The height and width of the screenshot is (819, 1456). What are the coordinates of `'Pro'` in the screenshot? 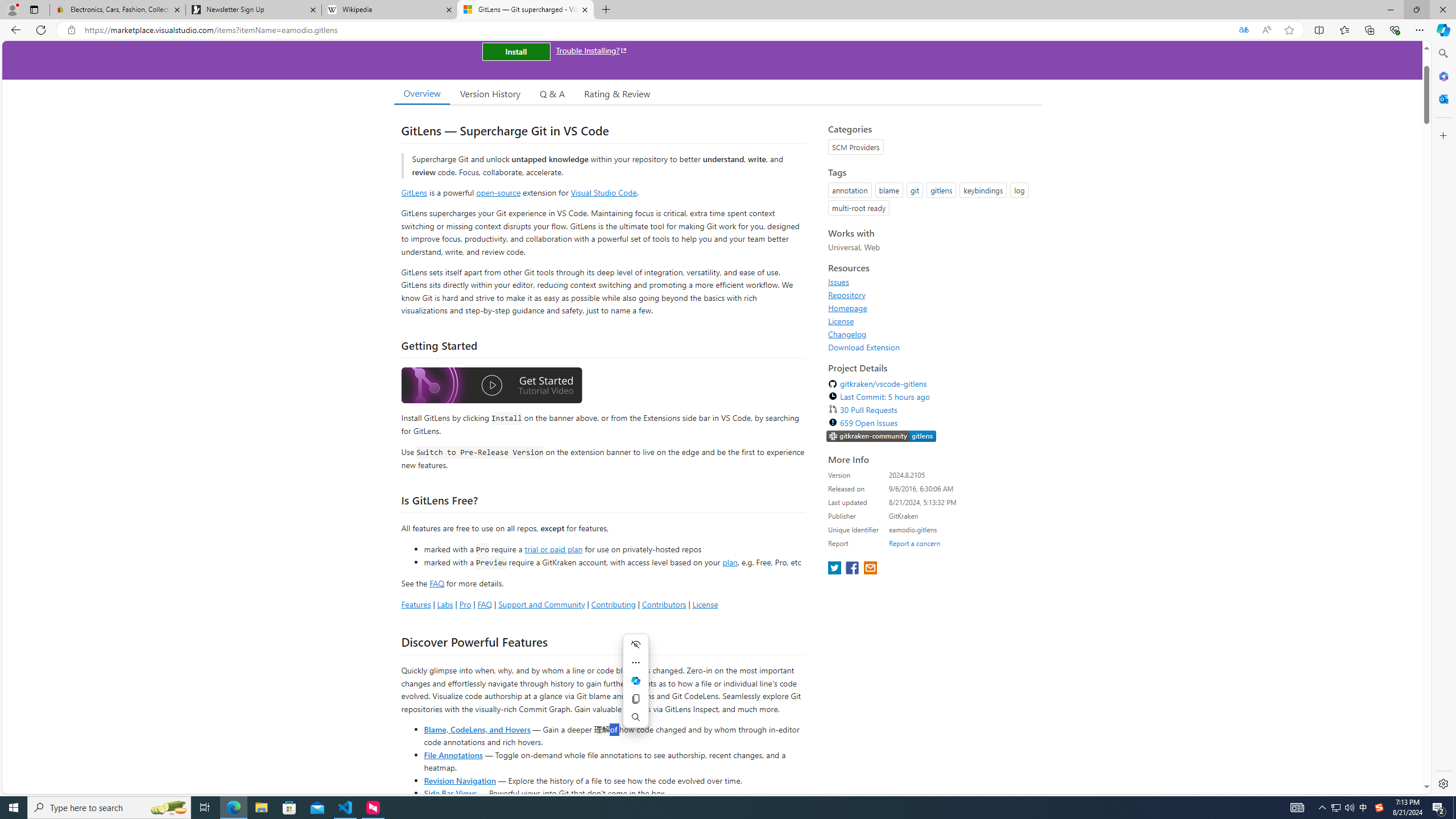 It's located at (464, 603).